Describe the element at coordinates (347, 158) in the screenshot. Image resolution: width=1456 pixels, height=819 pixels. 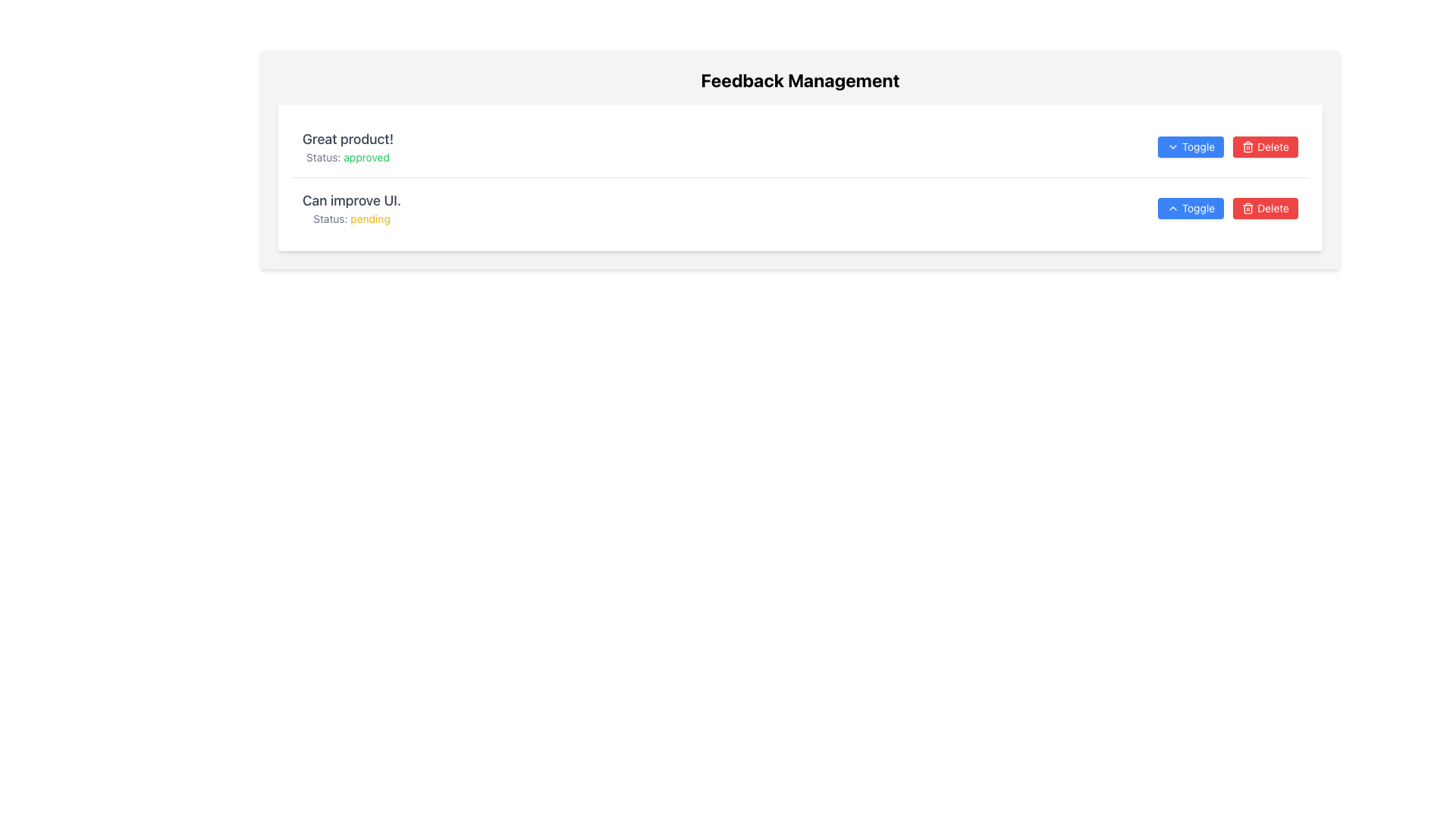
I see `text element displaying 'Status: approved' which is highlighted in green and located below the text 'Great product!'` at that location.